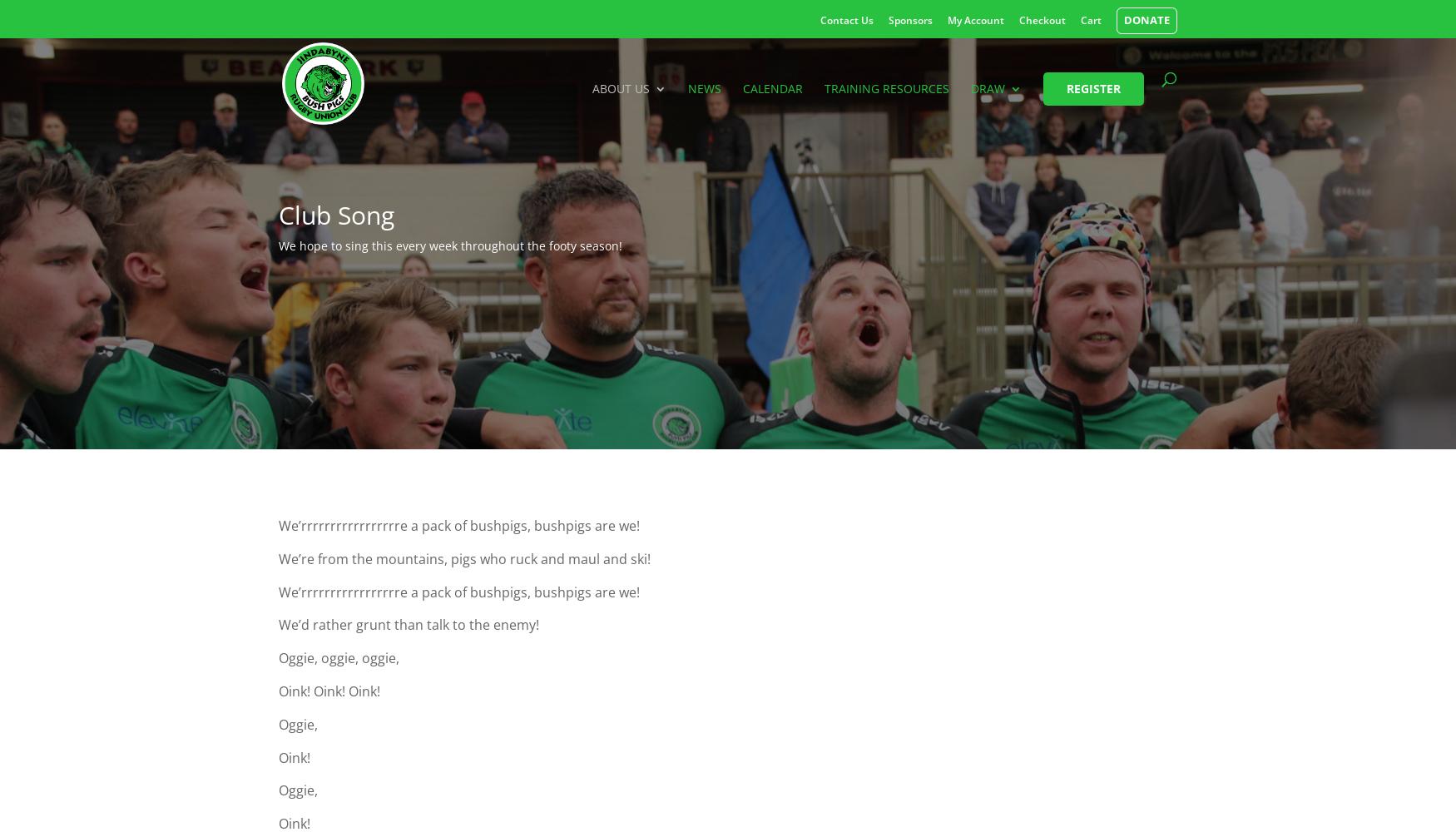  What do you see at coordinates (621, 87) in the screenshot?
I see `'About Us'` at bounding box center [621, 87].